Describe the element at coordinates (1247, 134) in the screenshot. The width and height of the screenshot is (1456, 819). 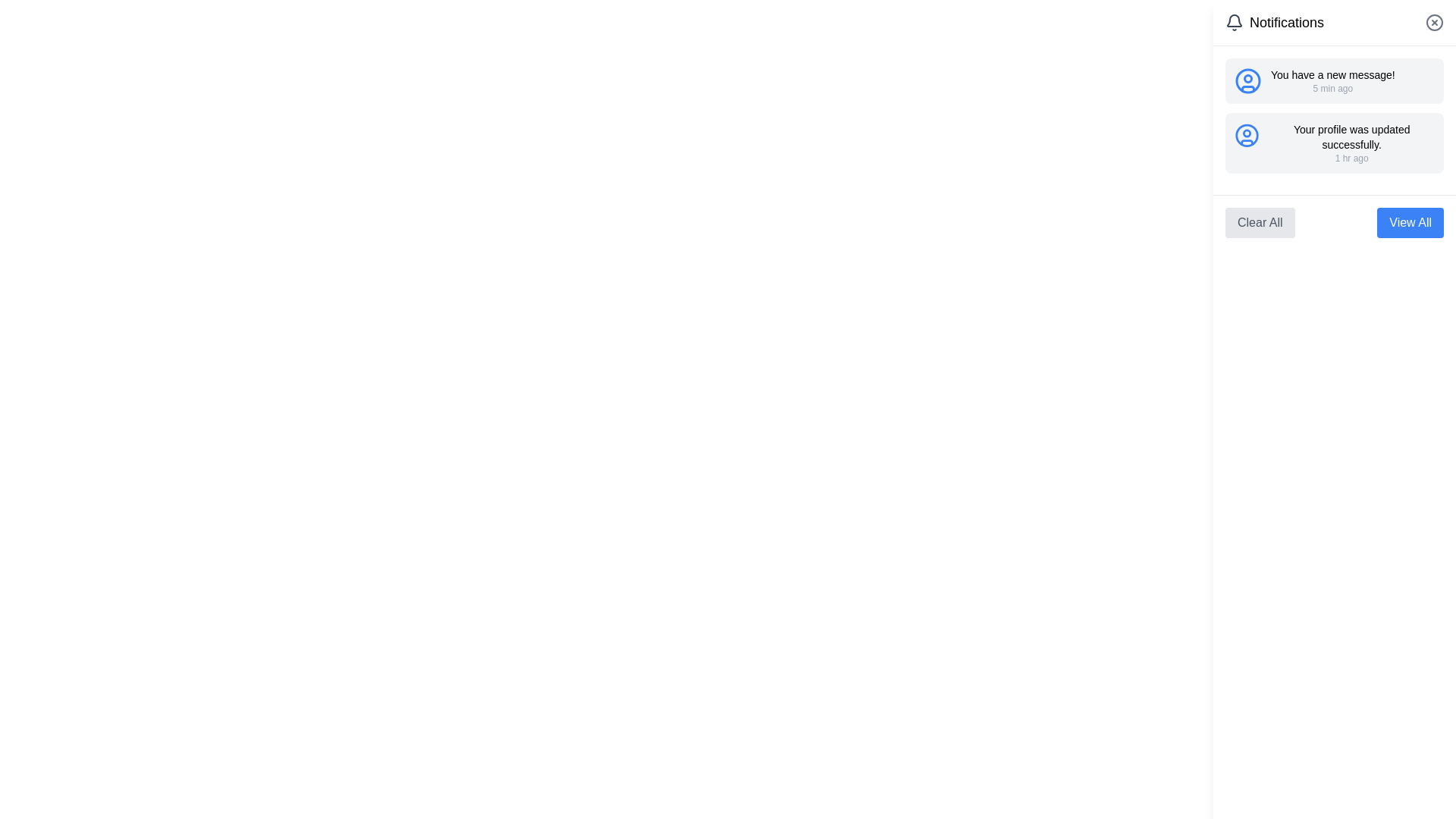
I see `the Decorative Icon located to the far left of the second notification item in the notification panel, which represents the user's profile or activity before the text 'Your profile was updated successfully. 1 hr ago'` at that location.